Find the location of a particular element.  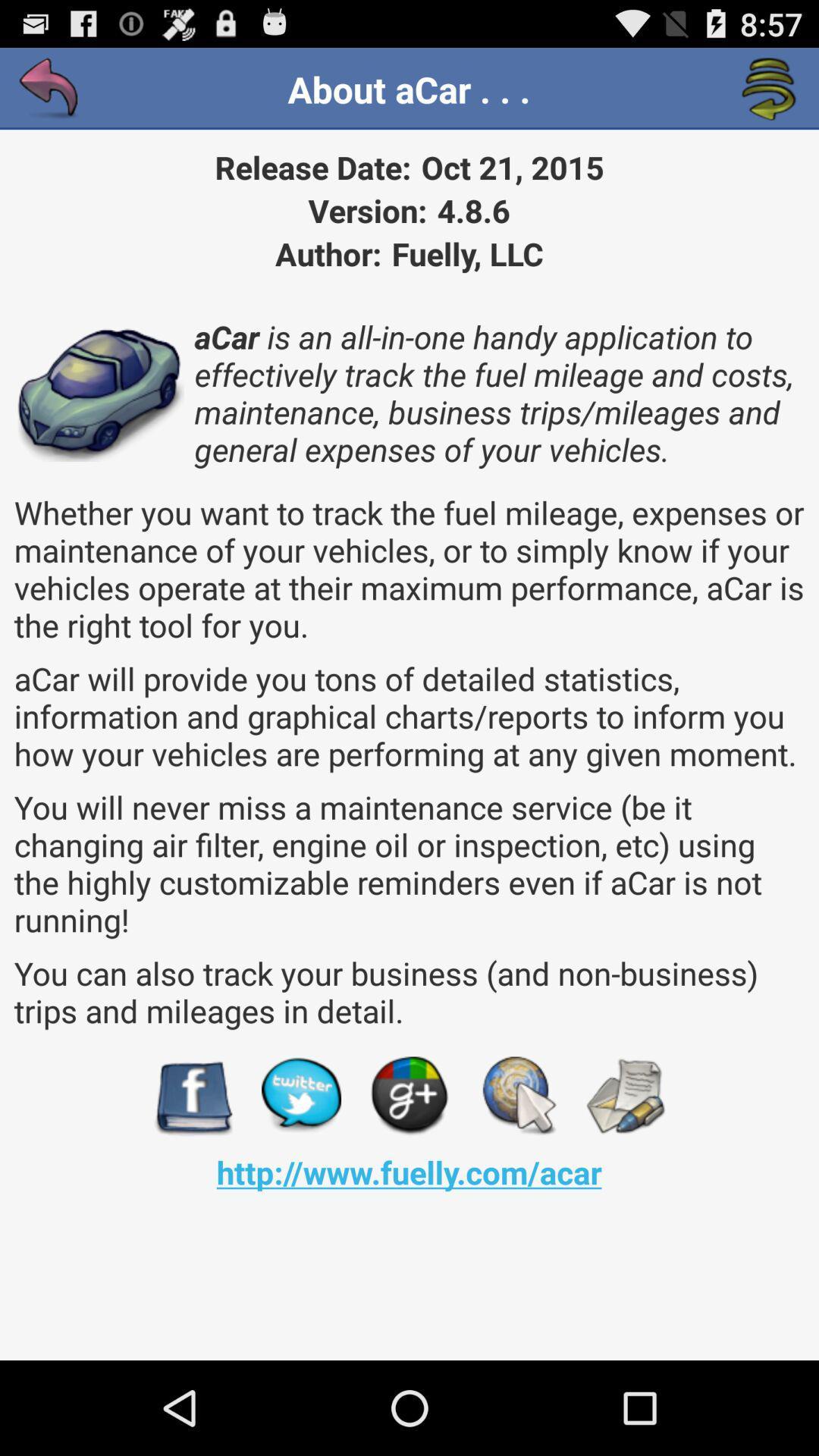

click for map is located at coordinates (516, 1096).